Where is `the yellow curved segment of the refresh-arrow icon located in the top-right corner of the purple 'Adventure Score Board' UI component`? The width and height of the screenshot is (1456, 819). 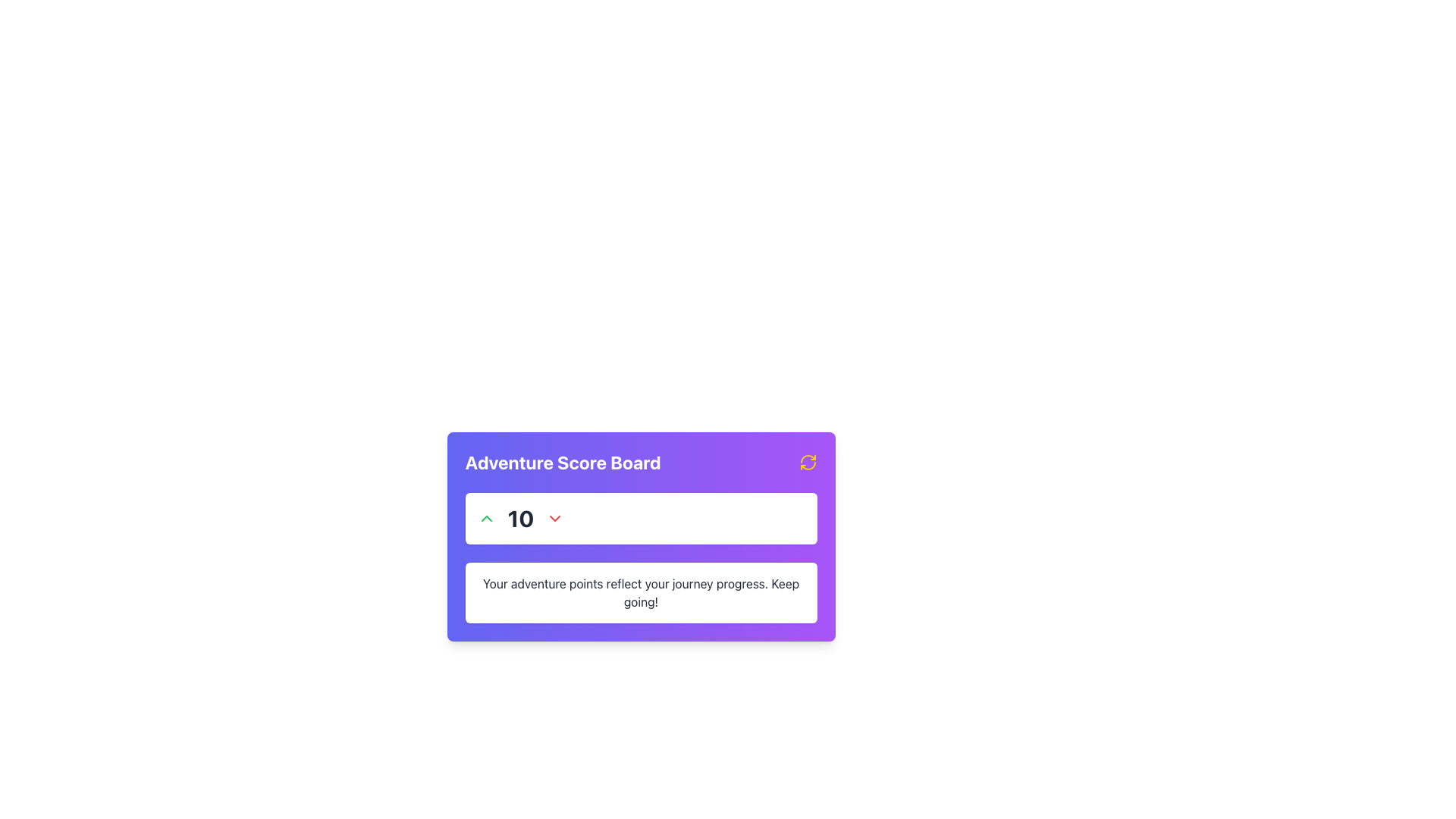 the yellow curved segment of the refresh-arrow icon located in the top-right corner of the purple 'Adventure Score Board' UI component is located at coordinates (807, 465).